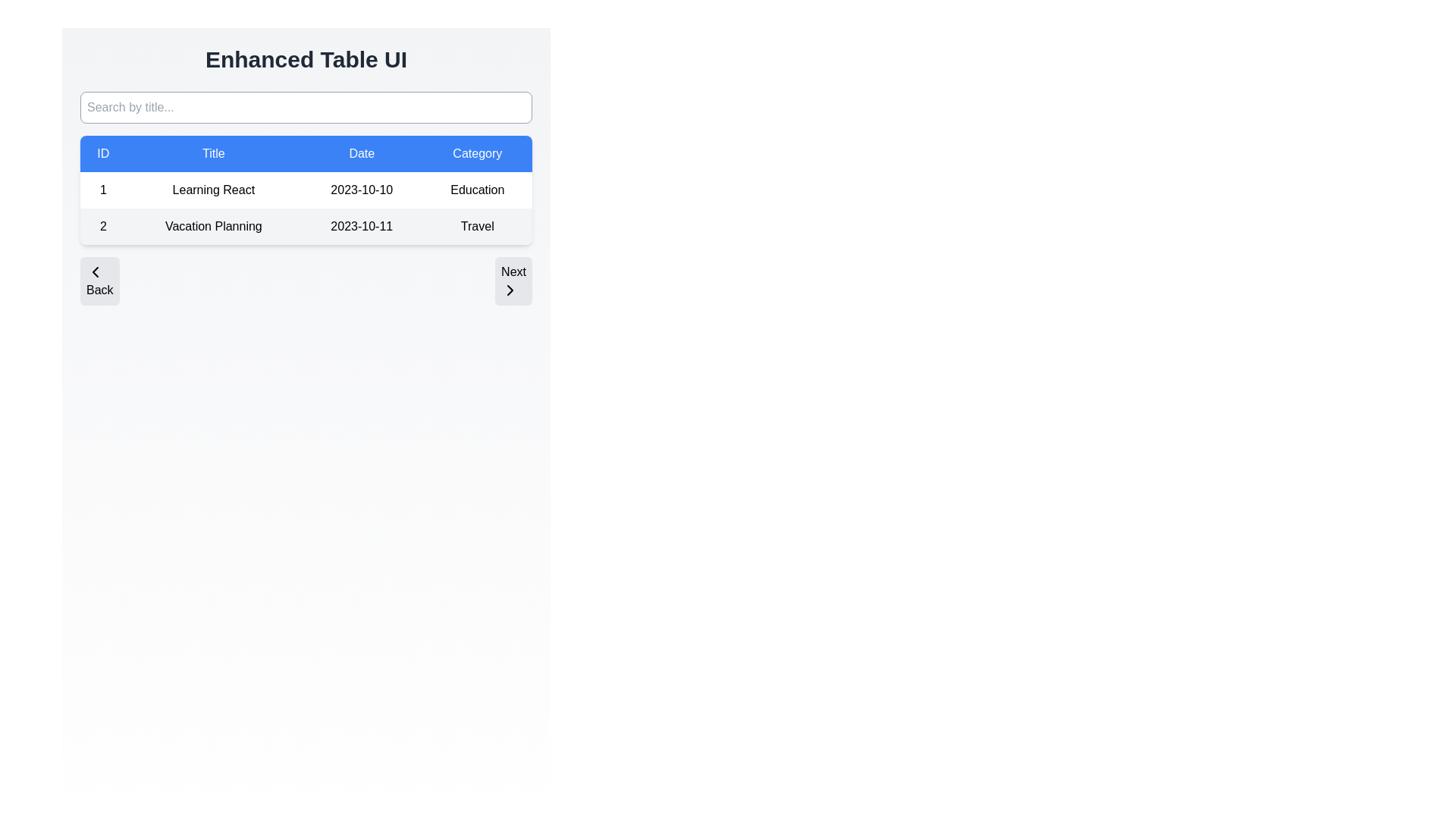  Describe the element at coordinates (513, 281) in the screenshot. I see `the 'Next' button, which is a rectangular button with rounded corners, light grey background, and a right-facing chevron icon, positioned in the bottom-right corner of the navigation group` at that location.